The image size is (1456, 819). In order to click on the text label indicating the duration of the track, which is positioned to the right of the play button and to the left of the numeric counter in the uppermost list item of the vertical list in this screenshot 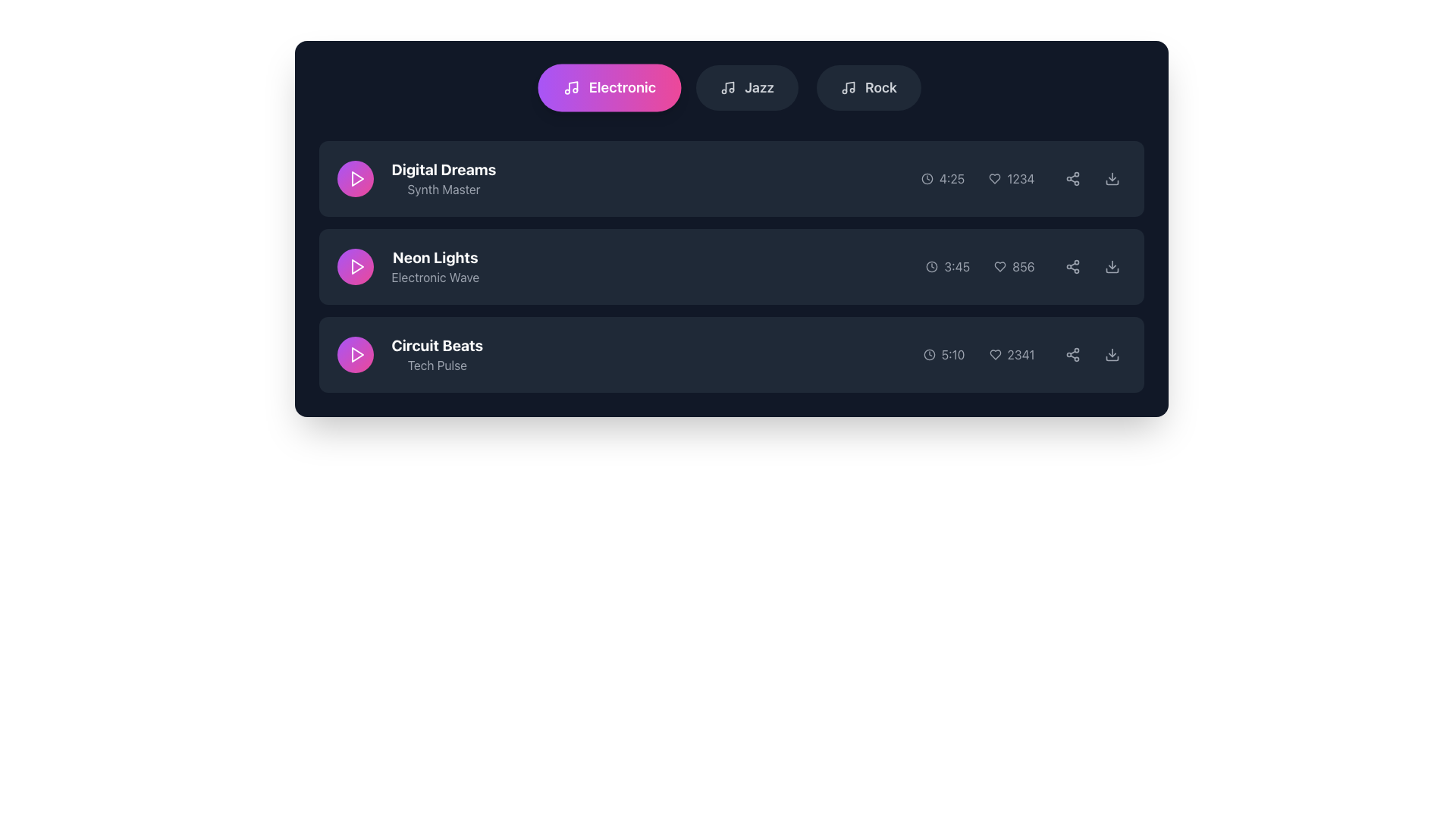, I will do `click(942, 177)`.